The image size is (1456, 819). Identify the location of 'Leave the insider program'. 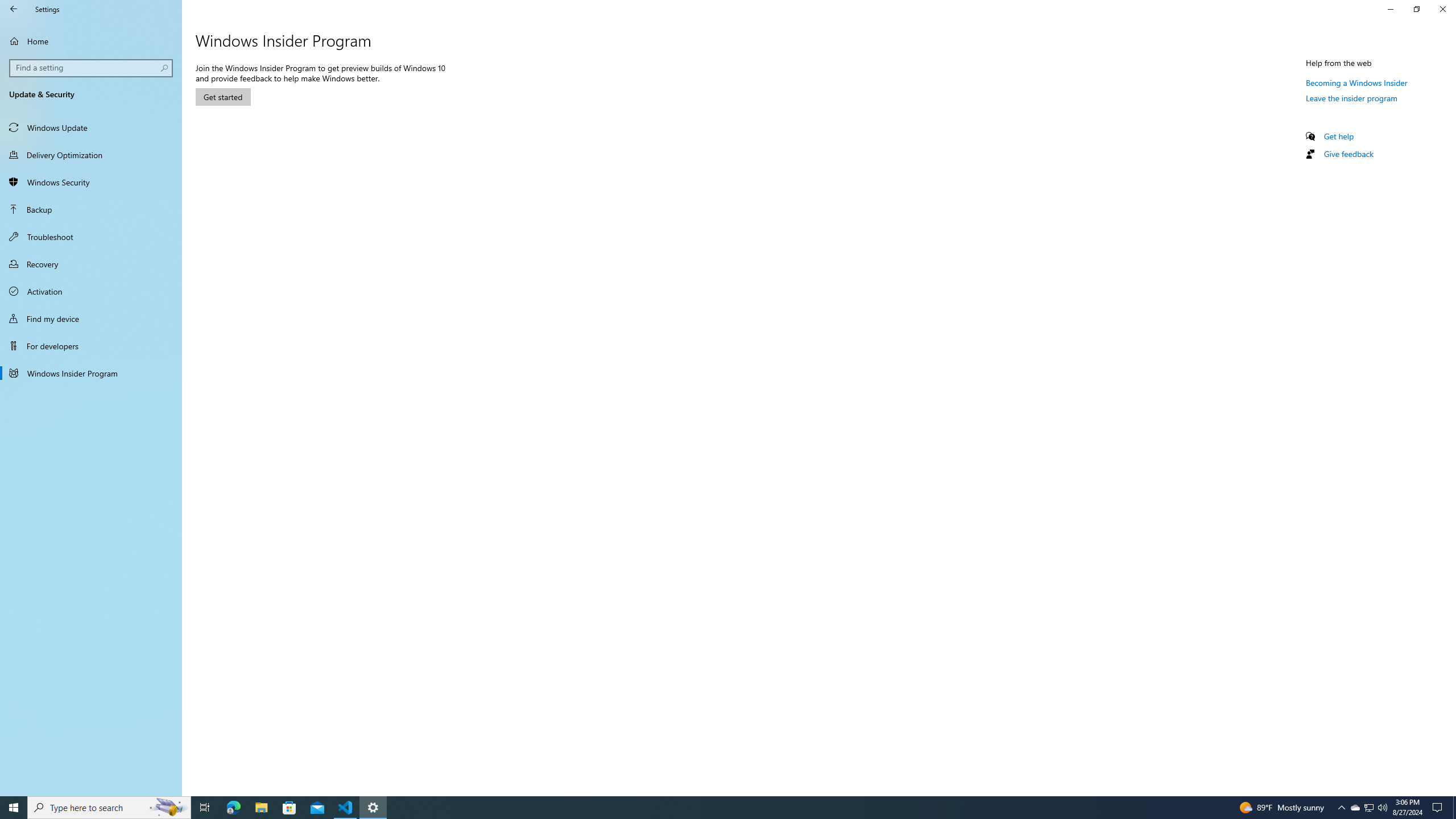
(1351, 98).